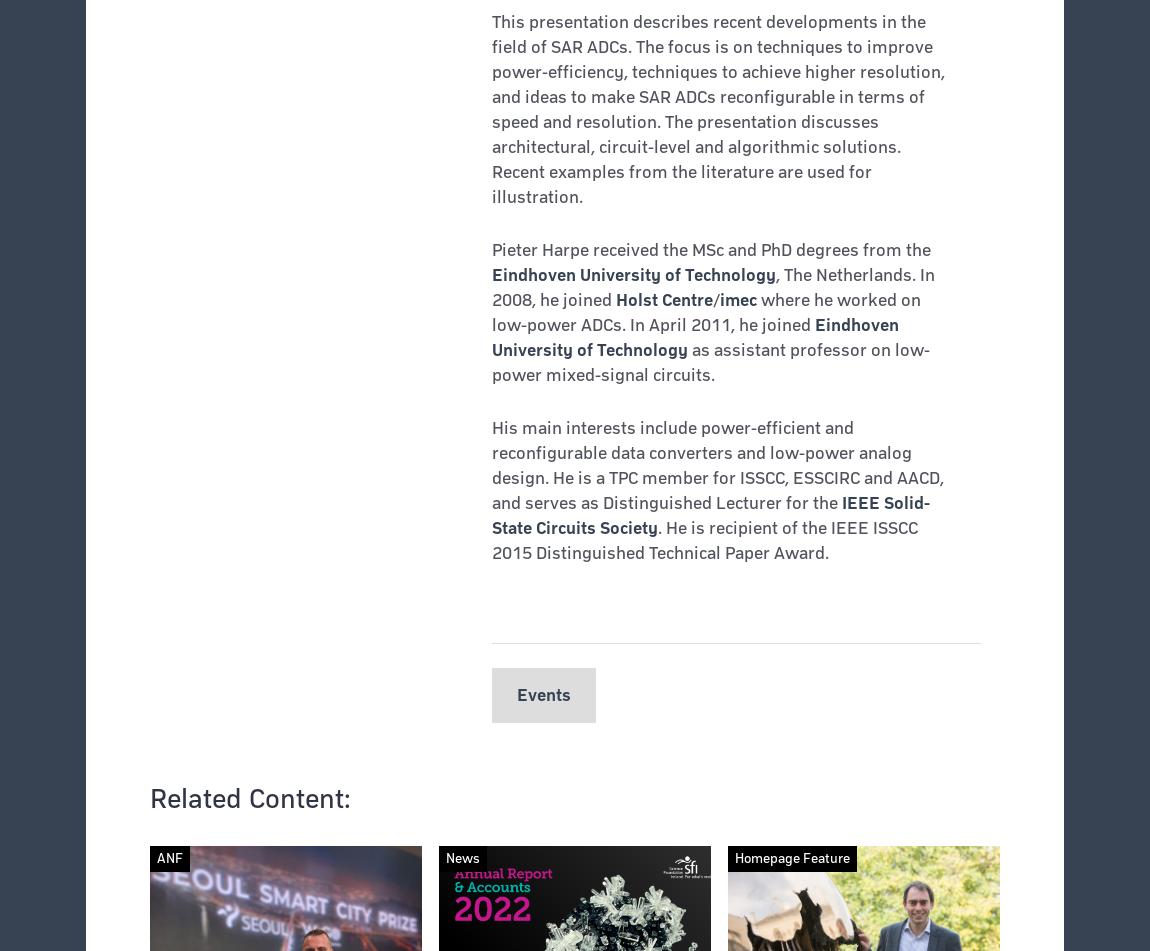 The image size is (1150, 951). Describe the element at coordinates (709, 248) in the screenshot. I see `'Pieter Harpe received the MSc and PhD degrees from the'` at that location.